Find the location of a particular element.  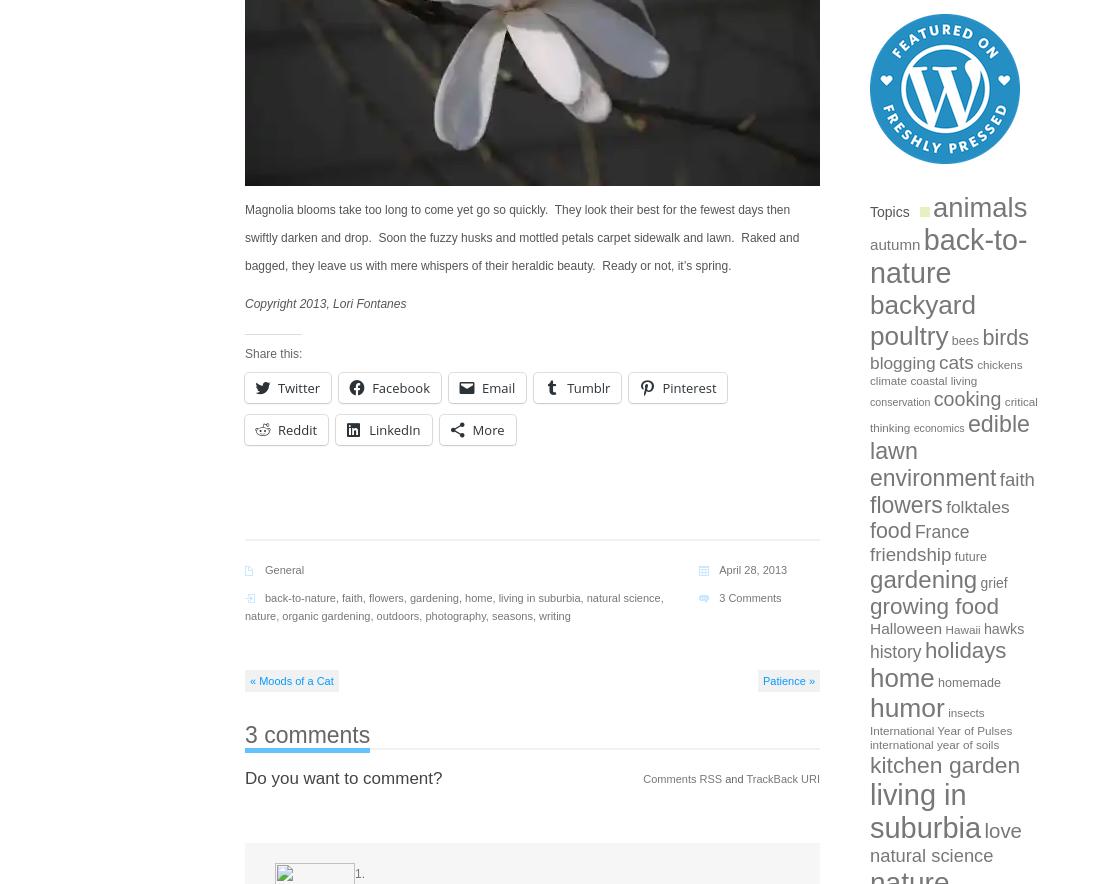

'blogging' is located at coordinates (902, 361).